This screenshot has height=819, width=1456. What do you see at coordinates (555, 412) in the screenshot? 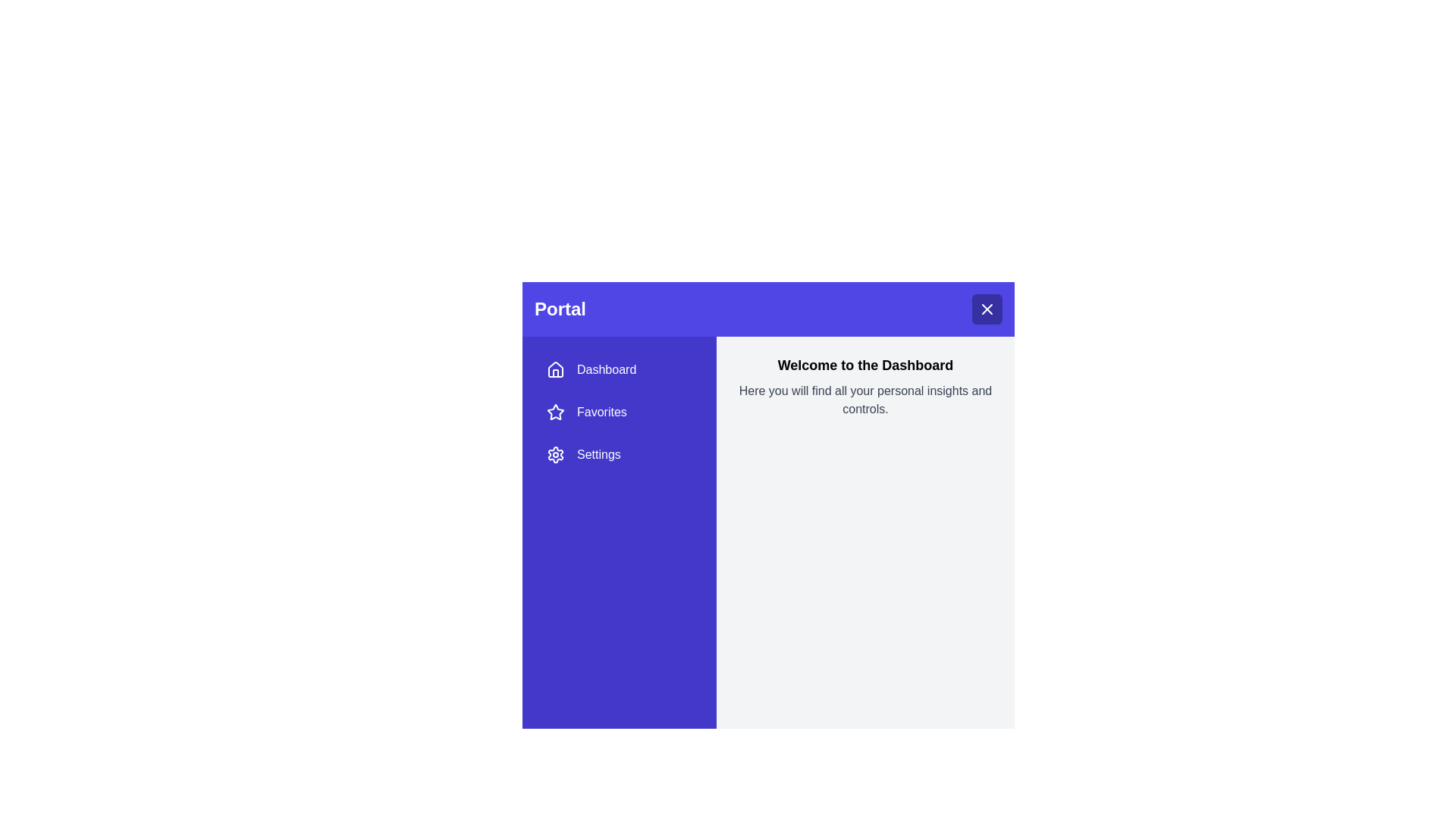
I see `the 'Favorites' icon located in the left sidebar, which is the second icon next to the 'Favorites' label` at bounding box center [555, 412].